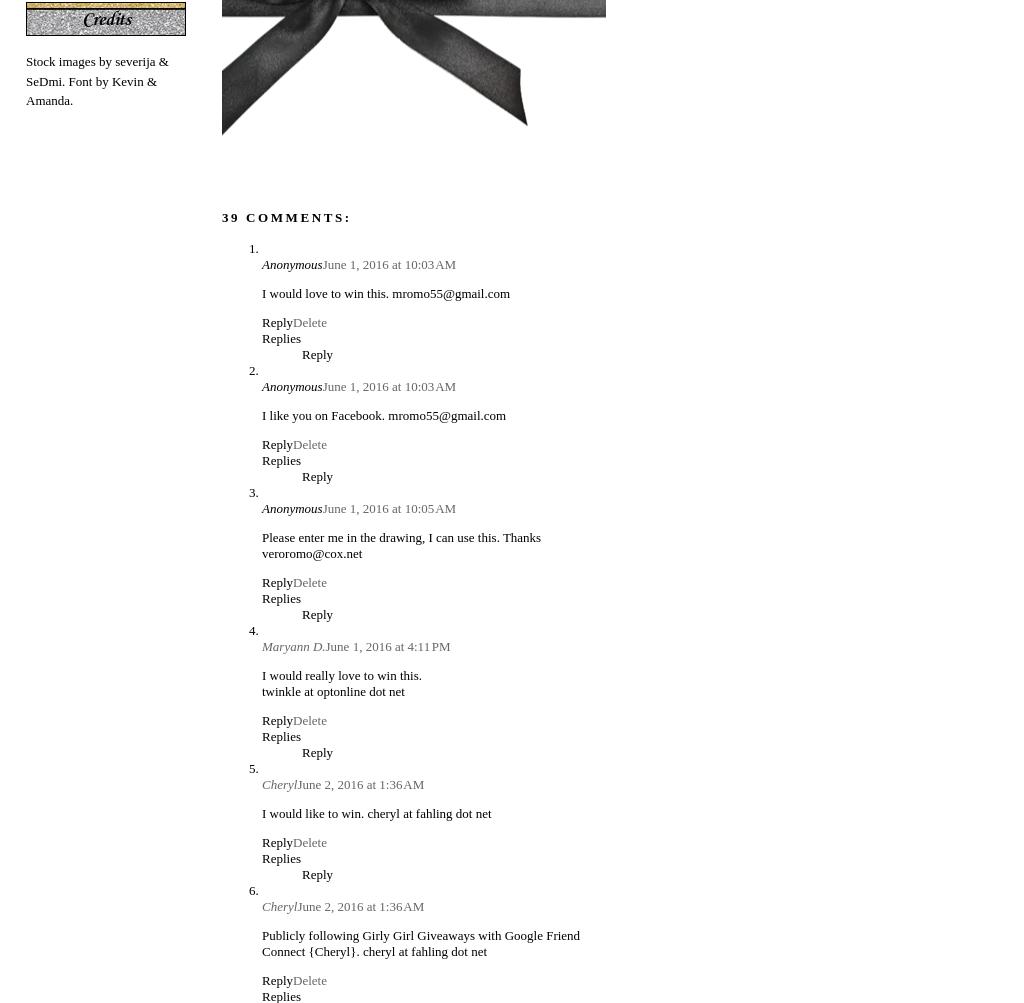 The image size is (1024, 1003). I want to click on 'I would like to win. cheryl at fahling dot net', so click(376, 812).